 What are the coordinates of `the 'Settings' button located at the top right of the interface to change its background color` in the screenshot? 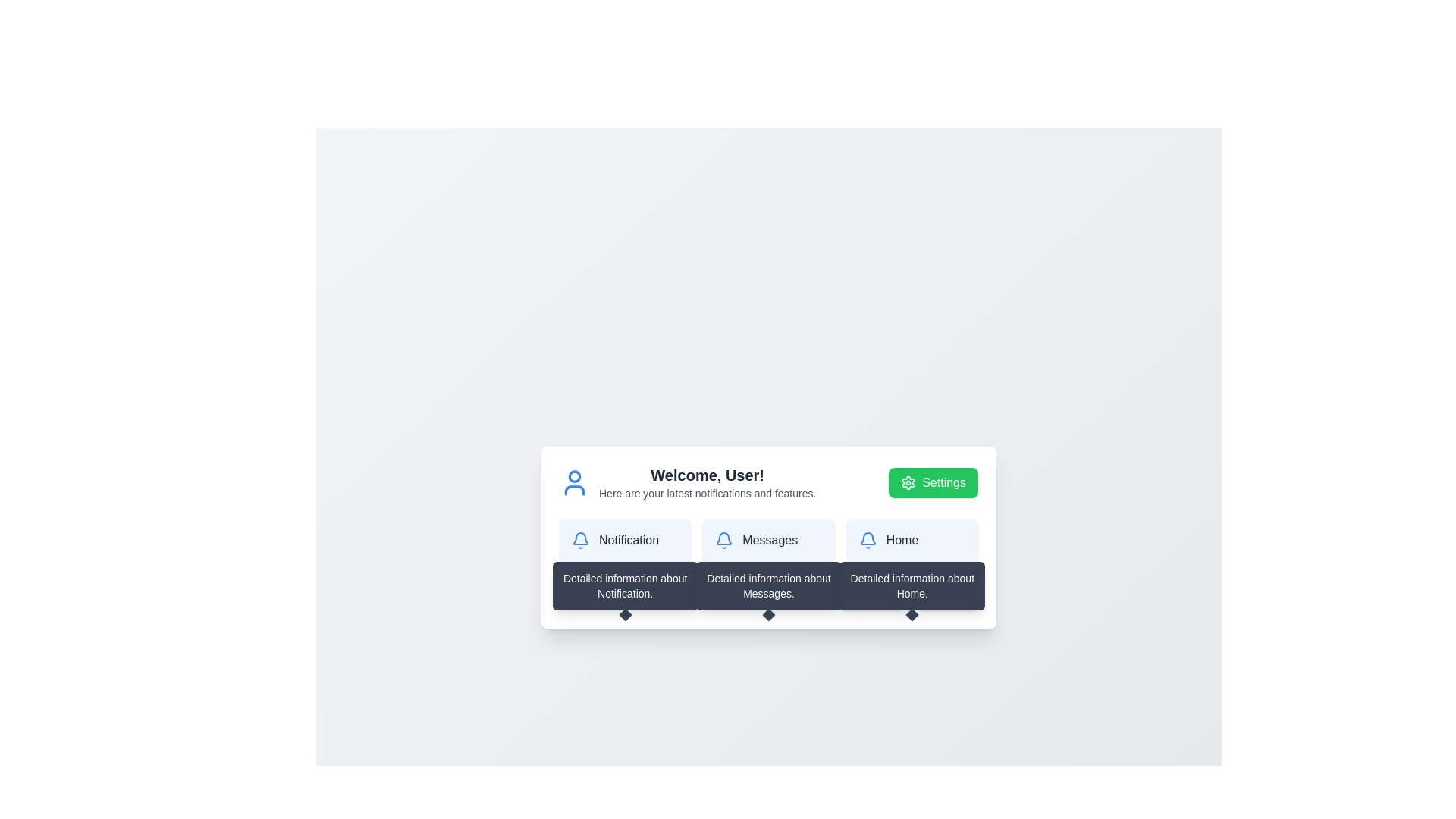 It's located at (933, 482).